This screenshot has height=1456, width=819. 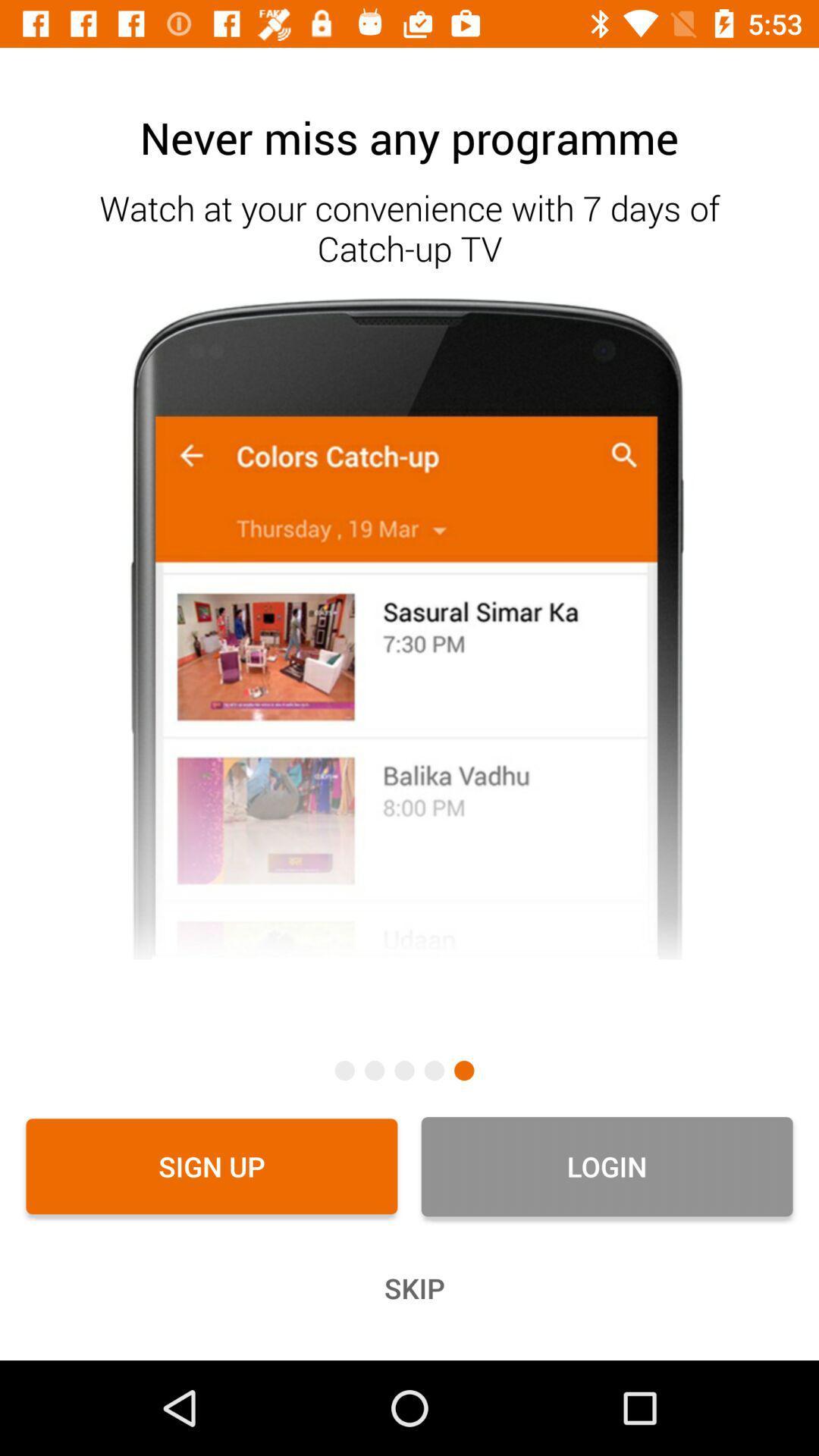 I want to click on the item to the left of the login, so click(x=212, y=1166).